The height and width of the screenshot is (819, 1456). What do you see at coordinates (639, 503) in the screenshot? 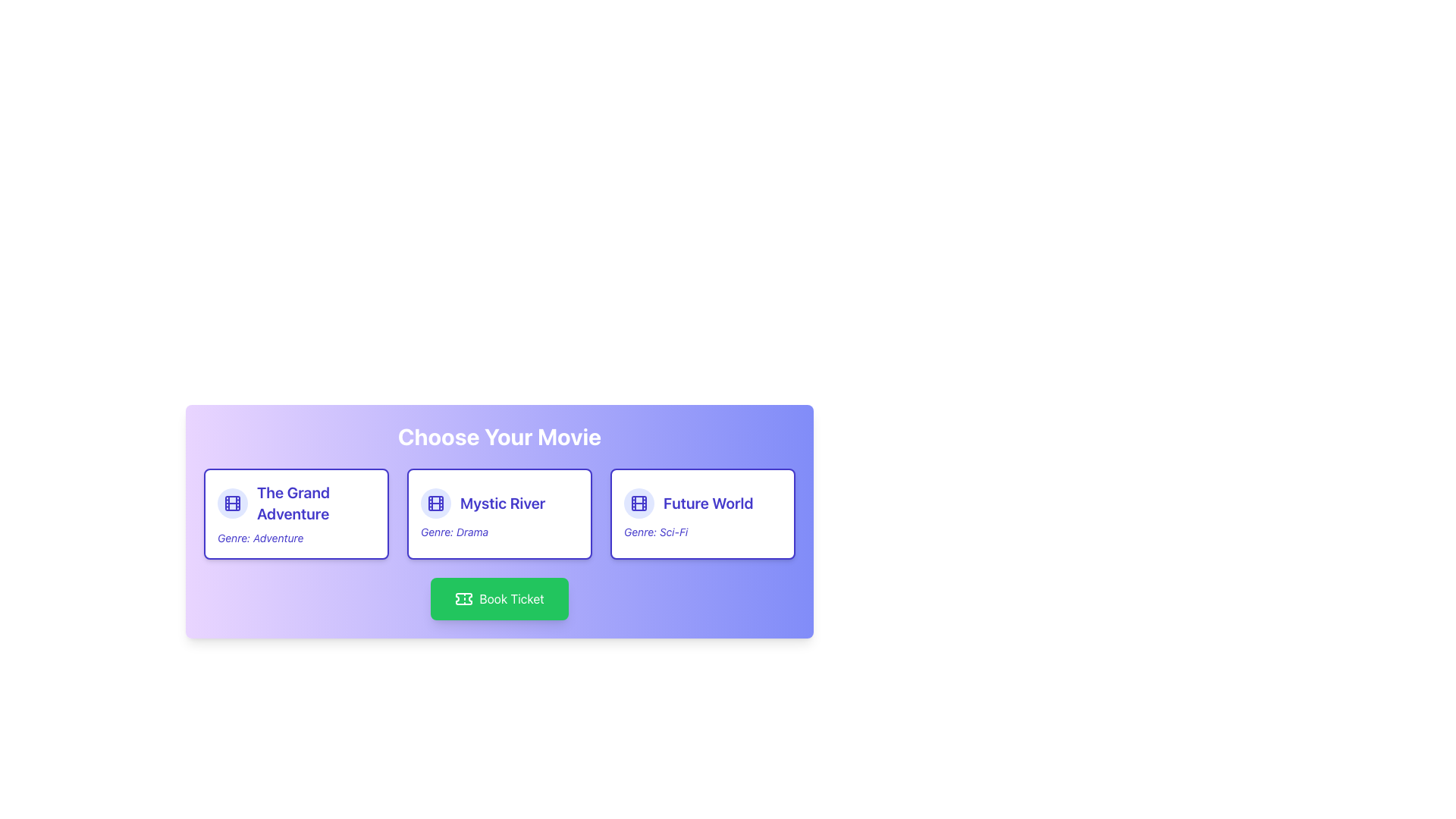
I see `the filmstrip icon with a blue stroke on a white background, located within a circular indigo background in the top-right card labeled 'Future World' under the 'Choose Your Movie' section` at bounding box center [639, 503].